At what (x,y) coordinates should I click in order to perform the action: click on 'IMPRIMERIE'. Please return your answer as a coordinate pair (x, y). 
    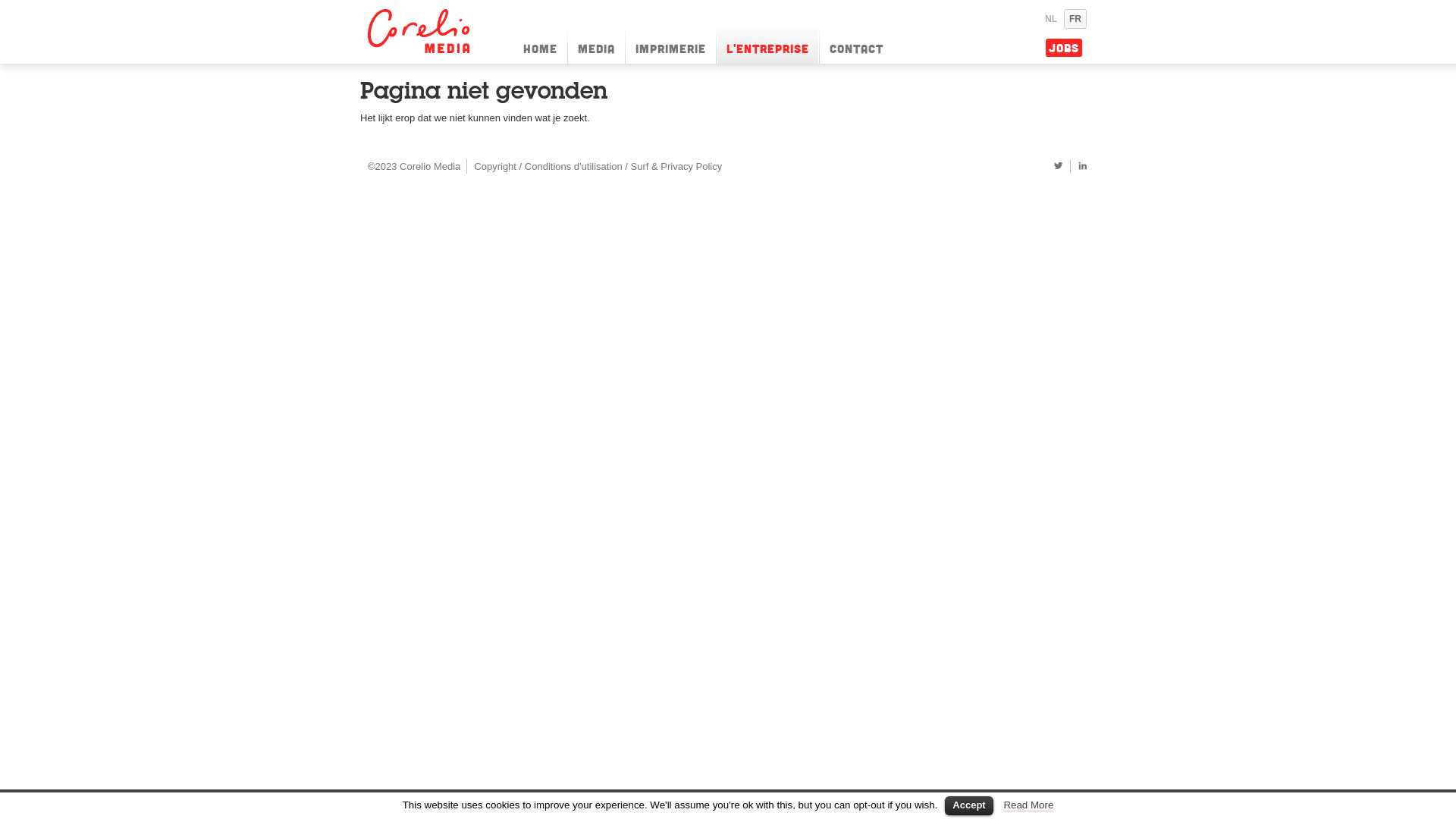
    Looking at the image, I should click on (670, 43).